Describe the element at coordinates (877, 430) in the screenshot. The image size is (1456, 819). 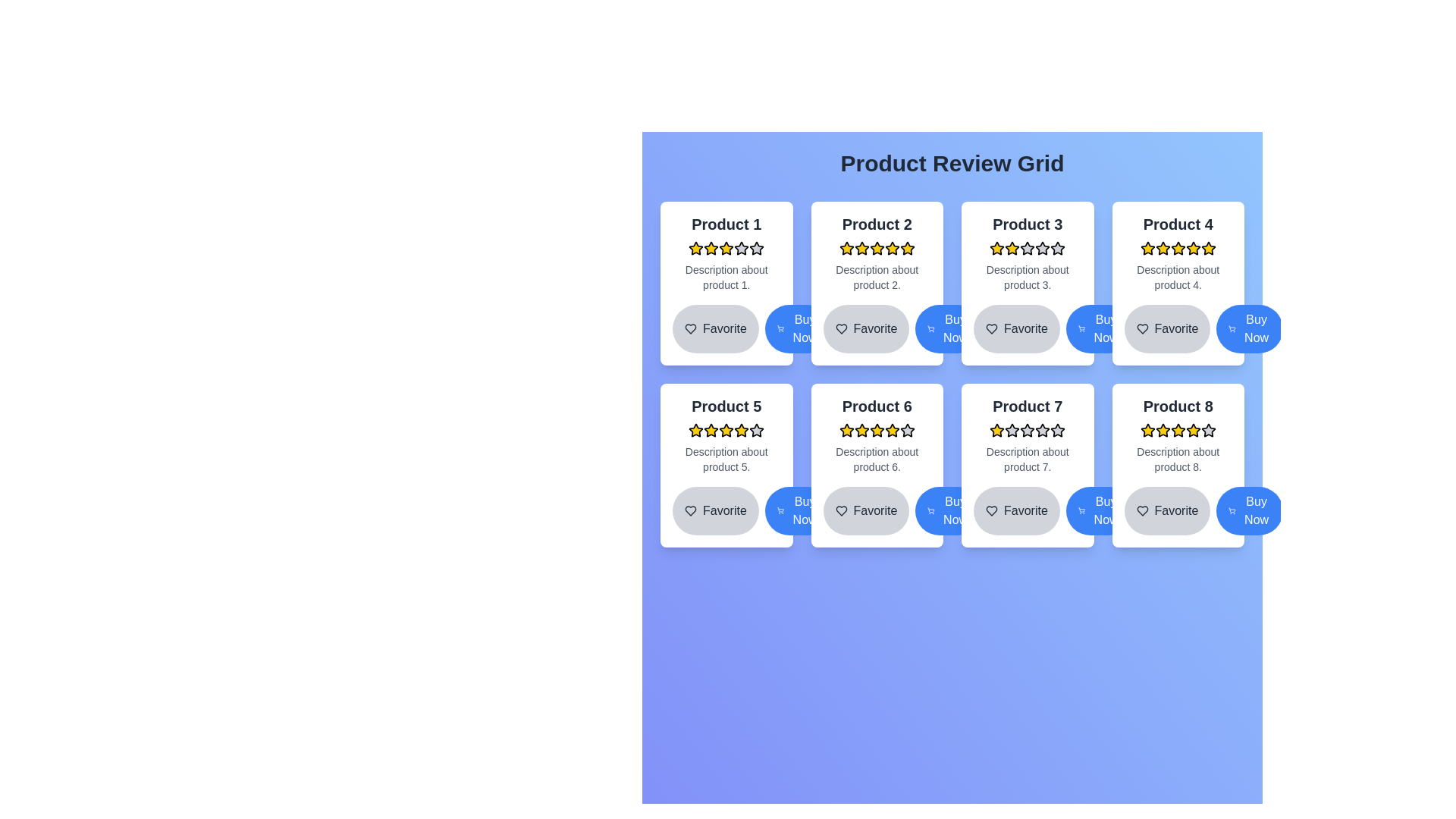
I see `the Rating display component located directly below 'Product 6' and above 'Description about product 6', which visually represents the rating score with filled stars` at that location.